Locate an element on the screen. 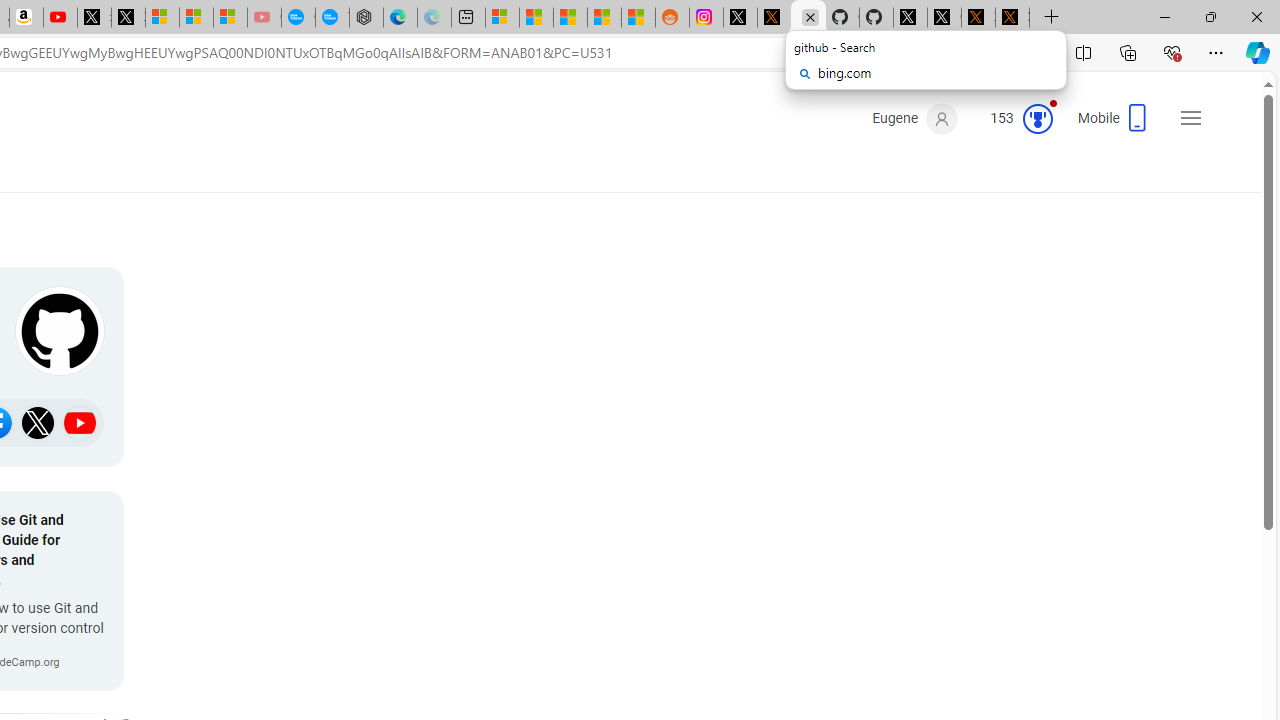  'Minimize' is located at coordinates (1164, 16).